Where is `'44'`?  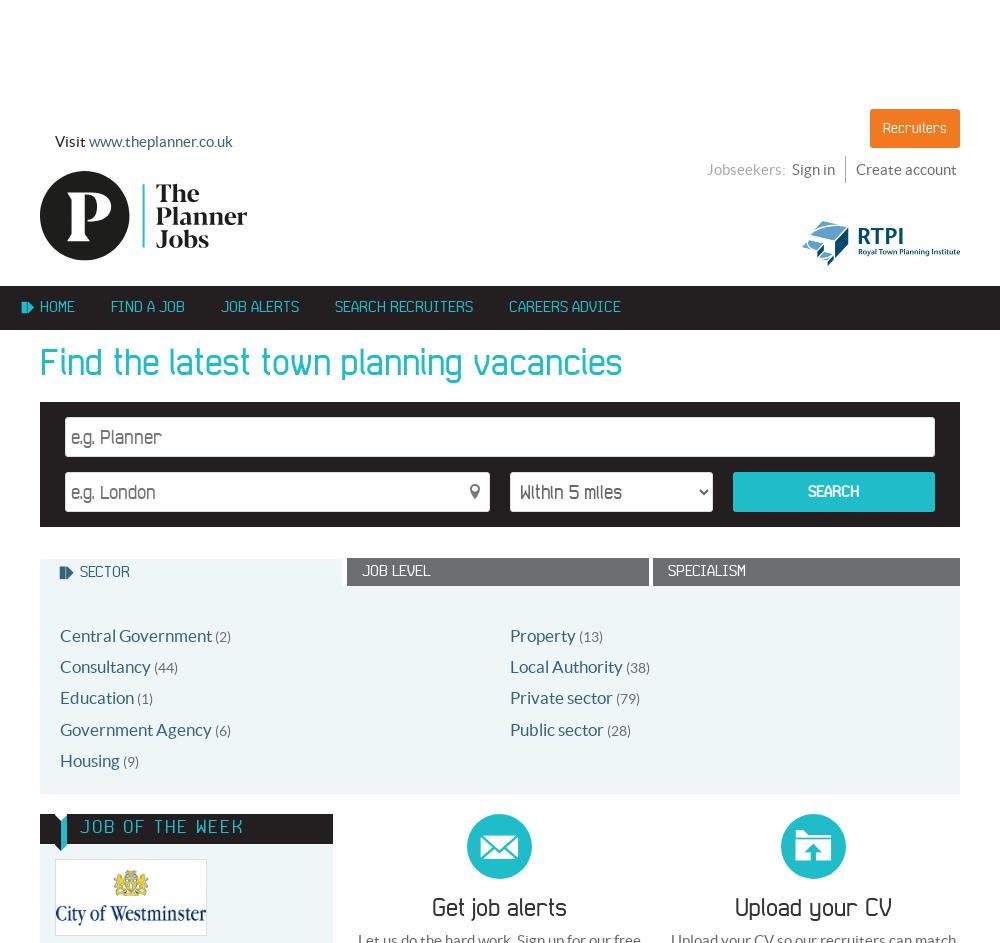 '44' is located at coordinates (166, 666).